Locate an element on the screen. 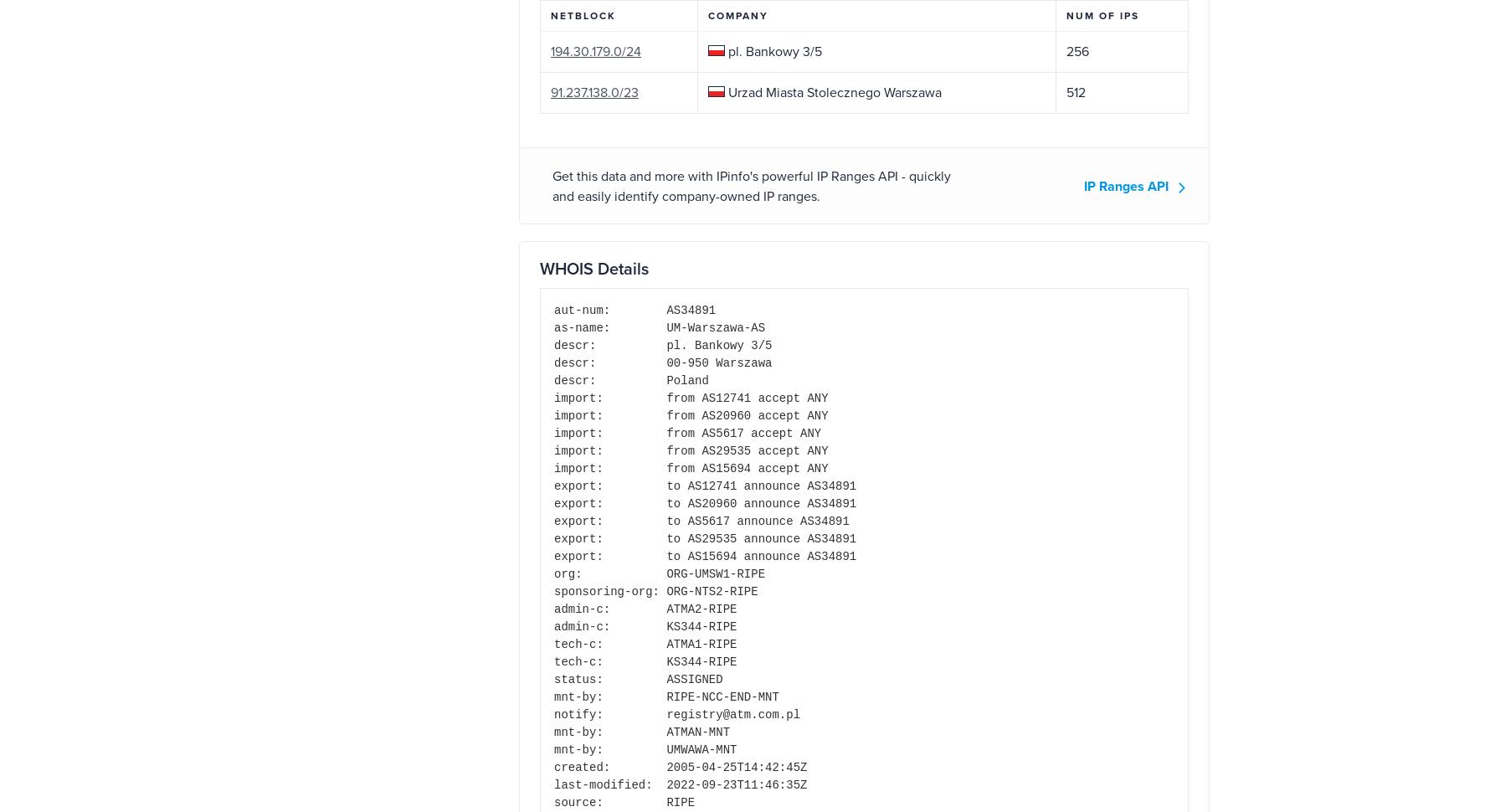 This screenshot has height=812, width=1490. 'Help center' is located at coordinates (678, 655).